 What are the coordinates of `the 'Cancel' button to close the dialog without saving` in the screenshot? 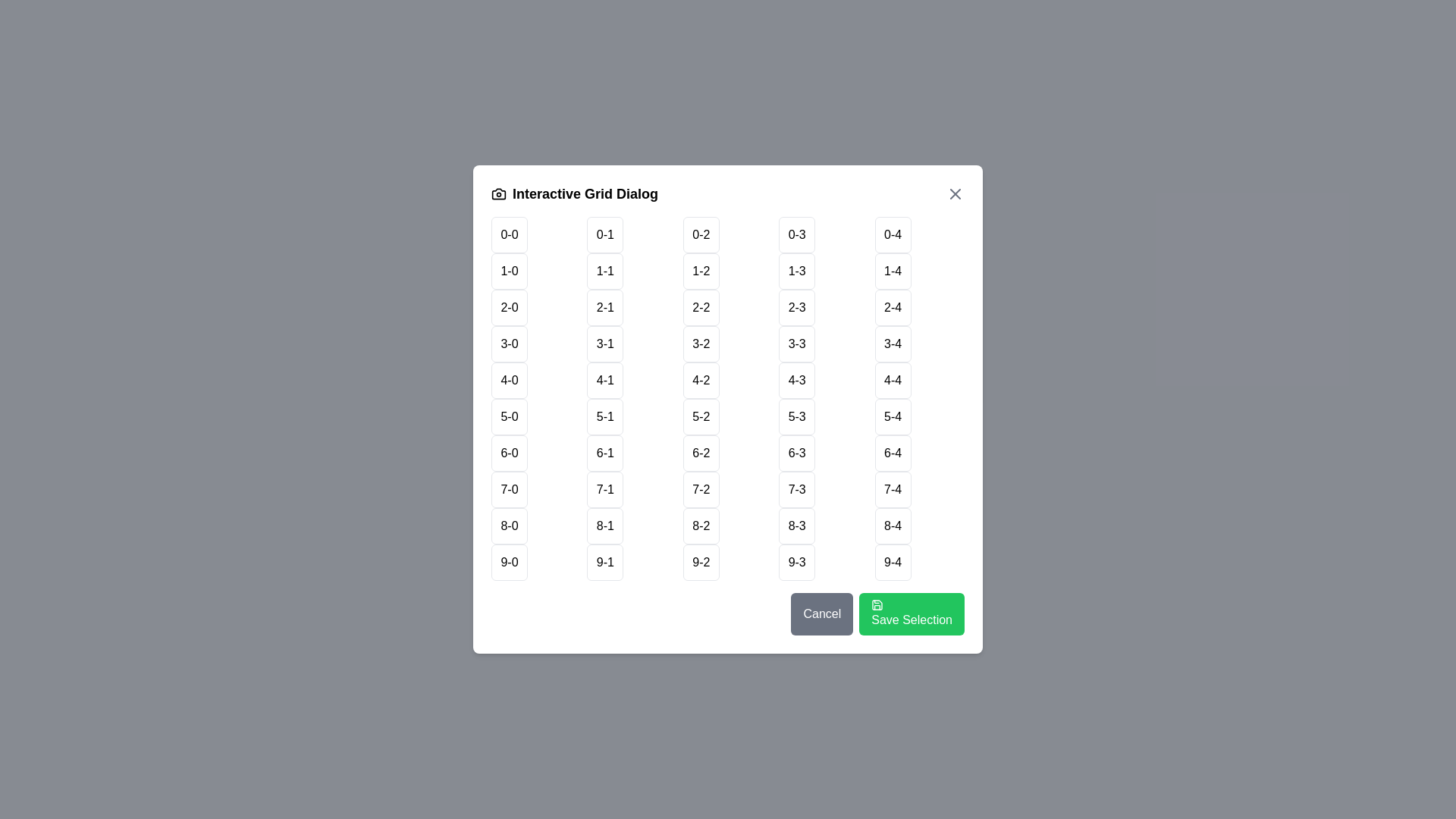 It's located at (821, 614).